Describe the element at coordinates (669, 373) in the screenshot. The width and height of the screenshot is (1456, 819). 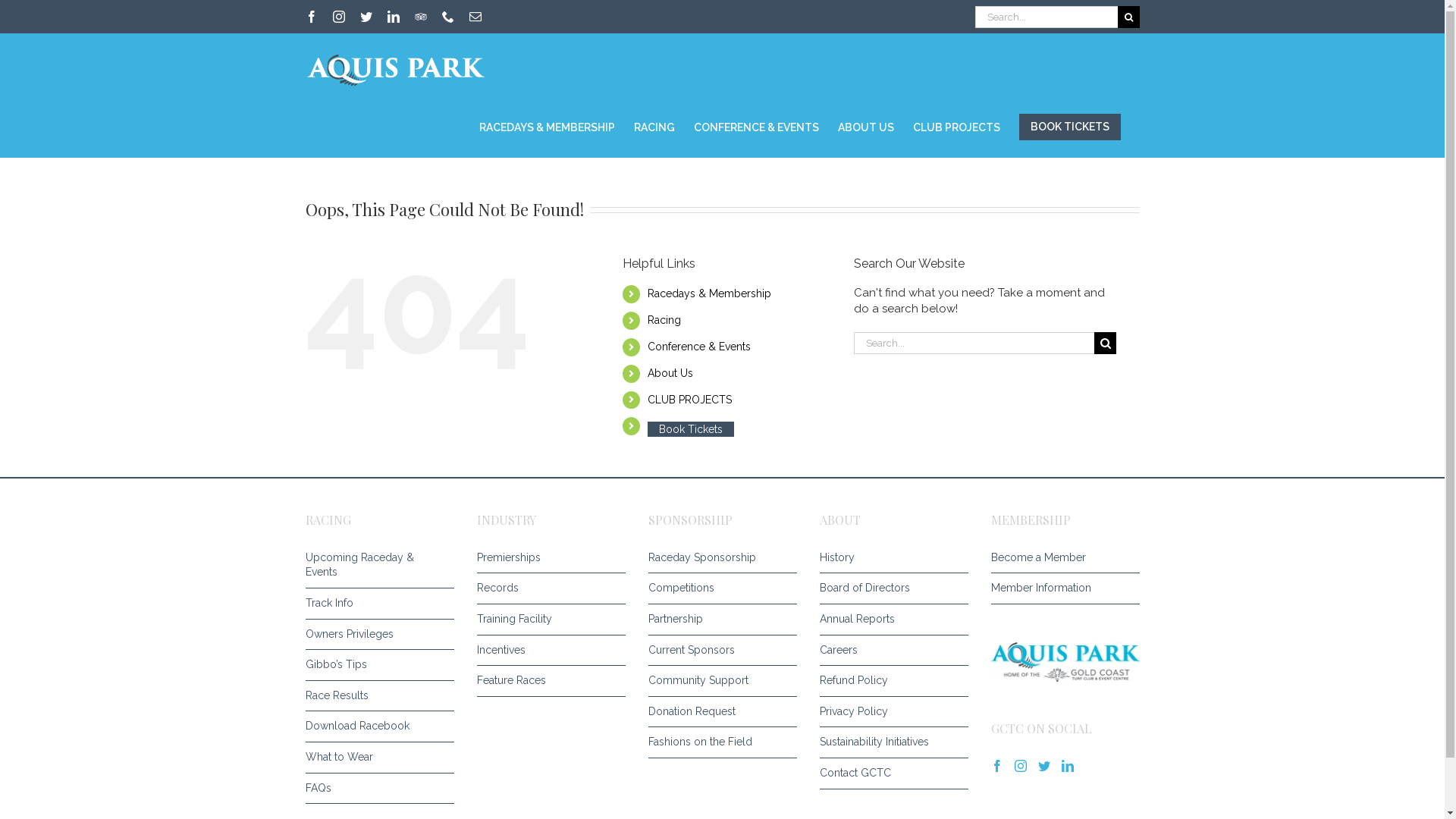
I see `'About Us'` at that location.